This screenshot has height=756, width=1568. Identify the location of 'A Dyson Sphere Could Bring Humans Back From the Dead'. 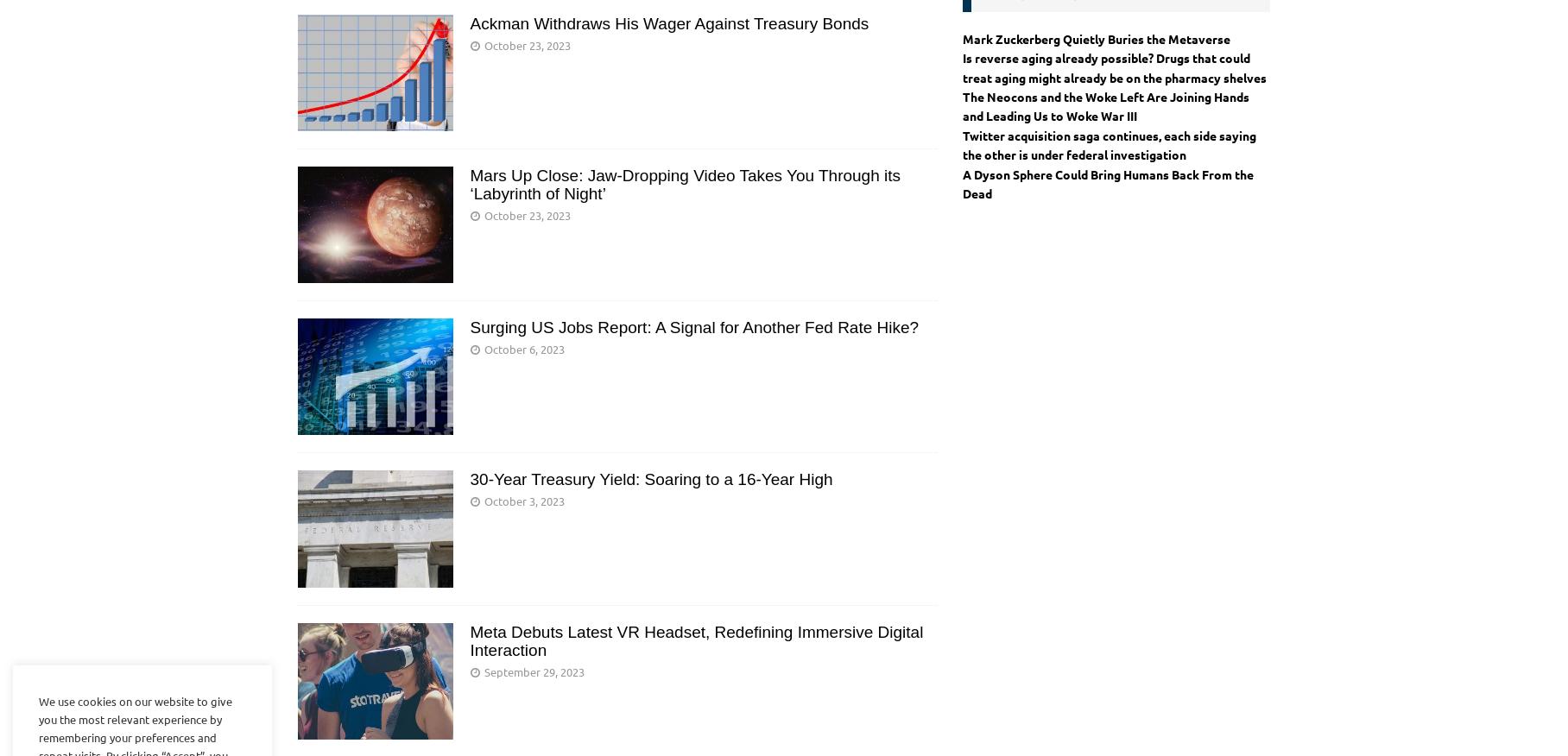
(1106, 182).